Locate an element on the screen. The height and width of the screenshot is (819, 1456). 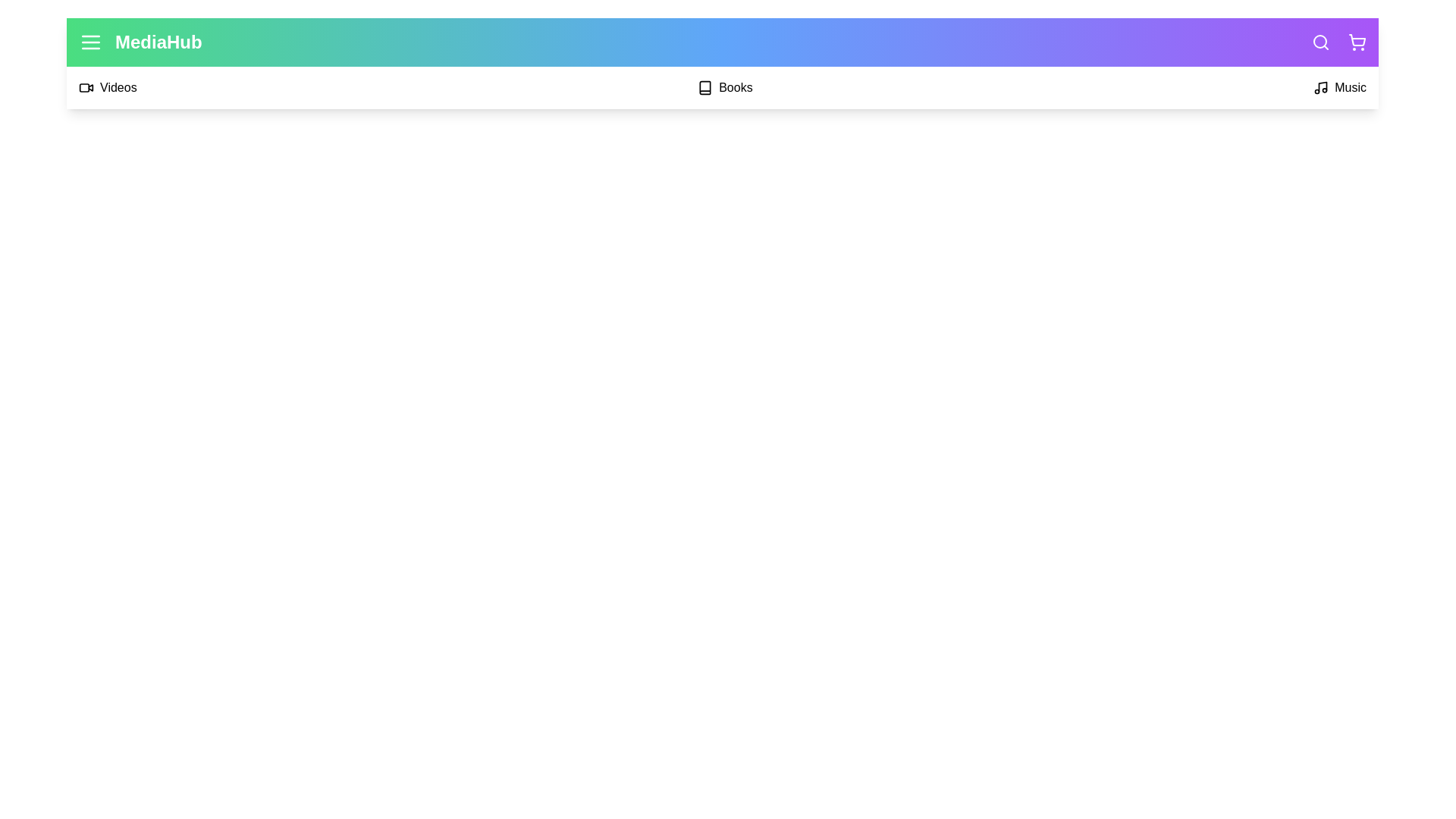
the shopping cart icon to view the shopping cart is located at coordinates (1357, 42).